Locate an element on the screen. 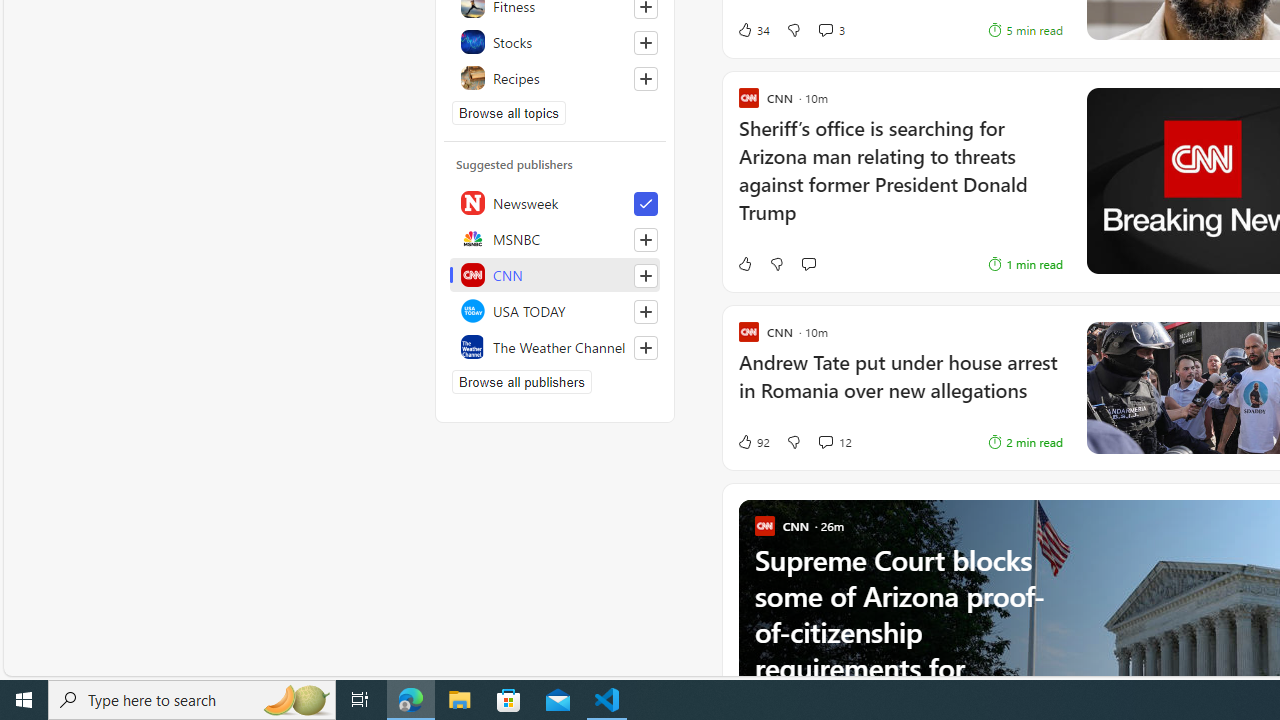 This screenshot has width=1280, height=720. 'Dislike' is located at coordinates (792, 441).